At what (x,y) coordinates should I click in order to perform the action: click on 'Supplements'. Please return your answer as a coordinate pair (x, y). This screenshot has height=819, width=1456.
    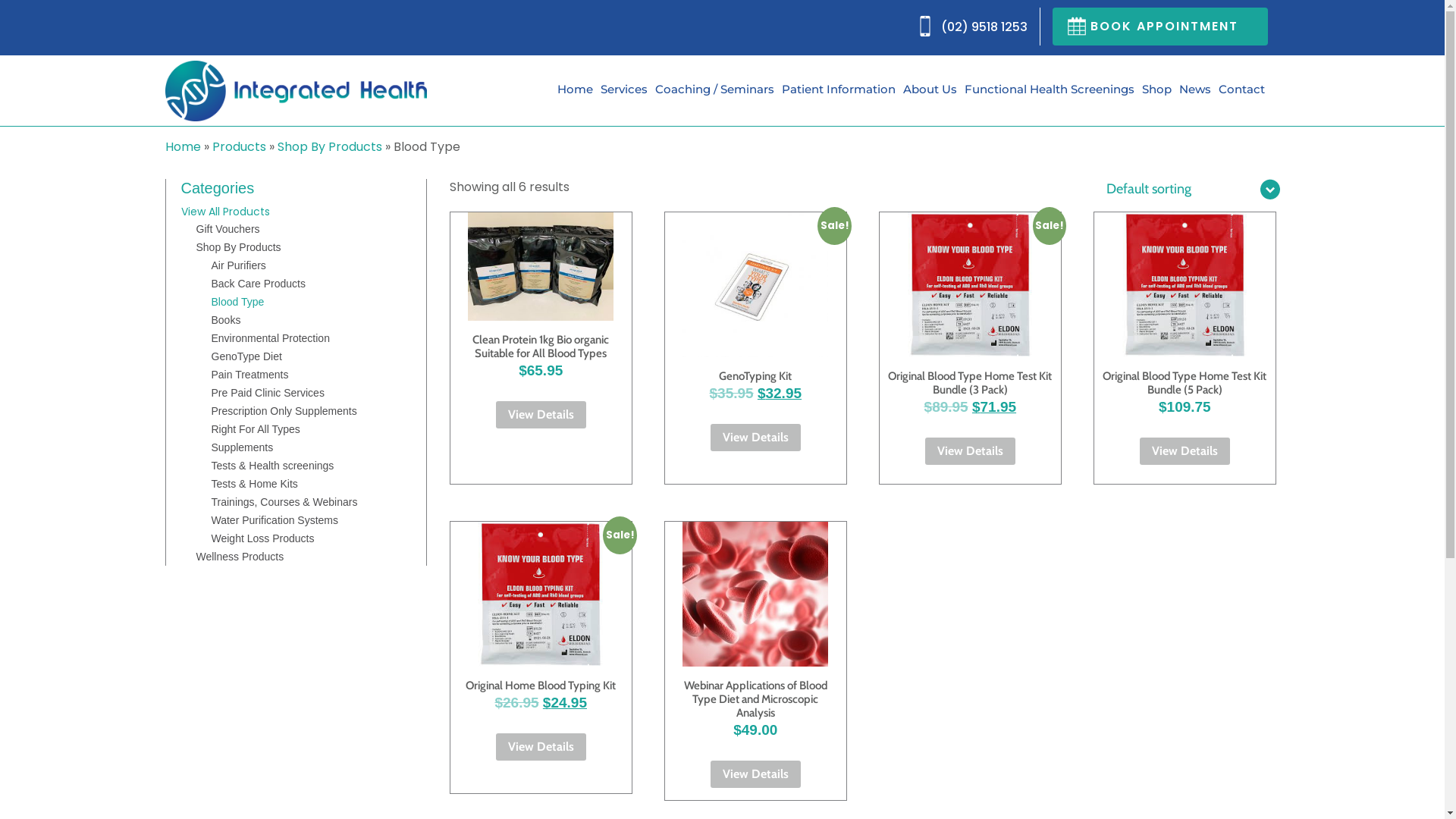
    Looking at the image, I should click on (240, 447).